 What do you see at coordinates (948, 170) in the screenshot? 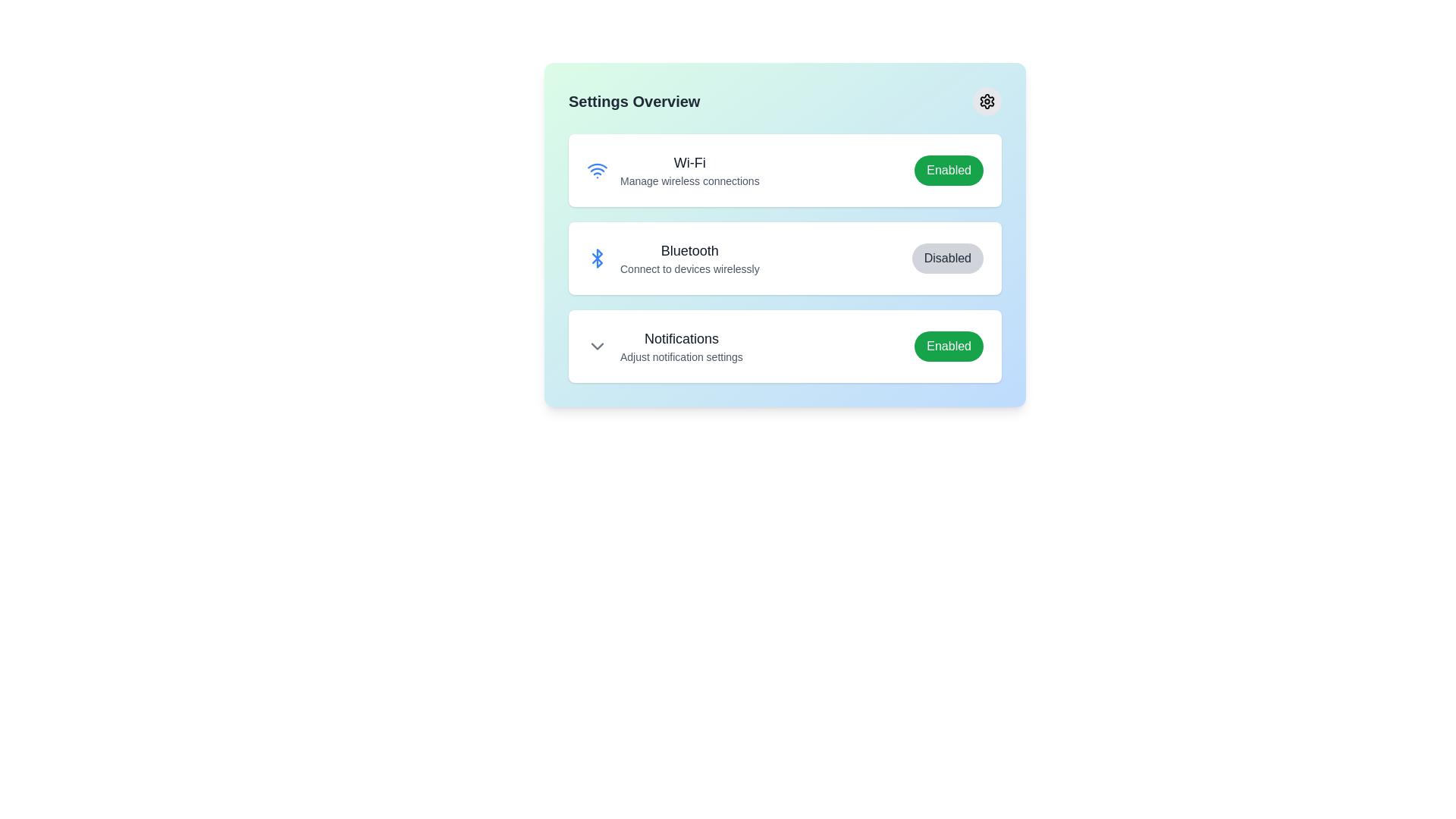
I see `the button labeled Wi-Fi to reveal its hover effect` at bounding box center [948, 170].